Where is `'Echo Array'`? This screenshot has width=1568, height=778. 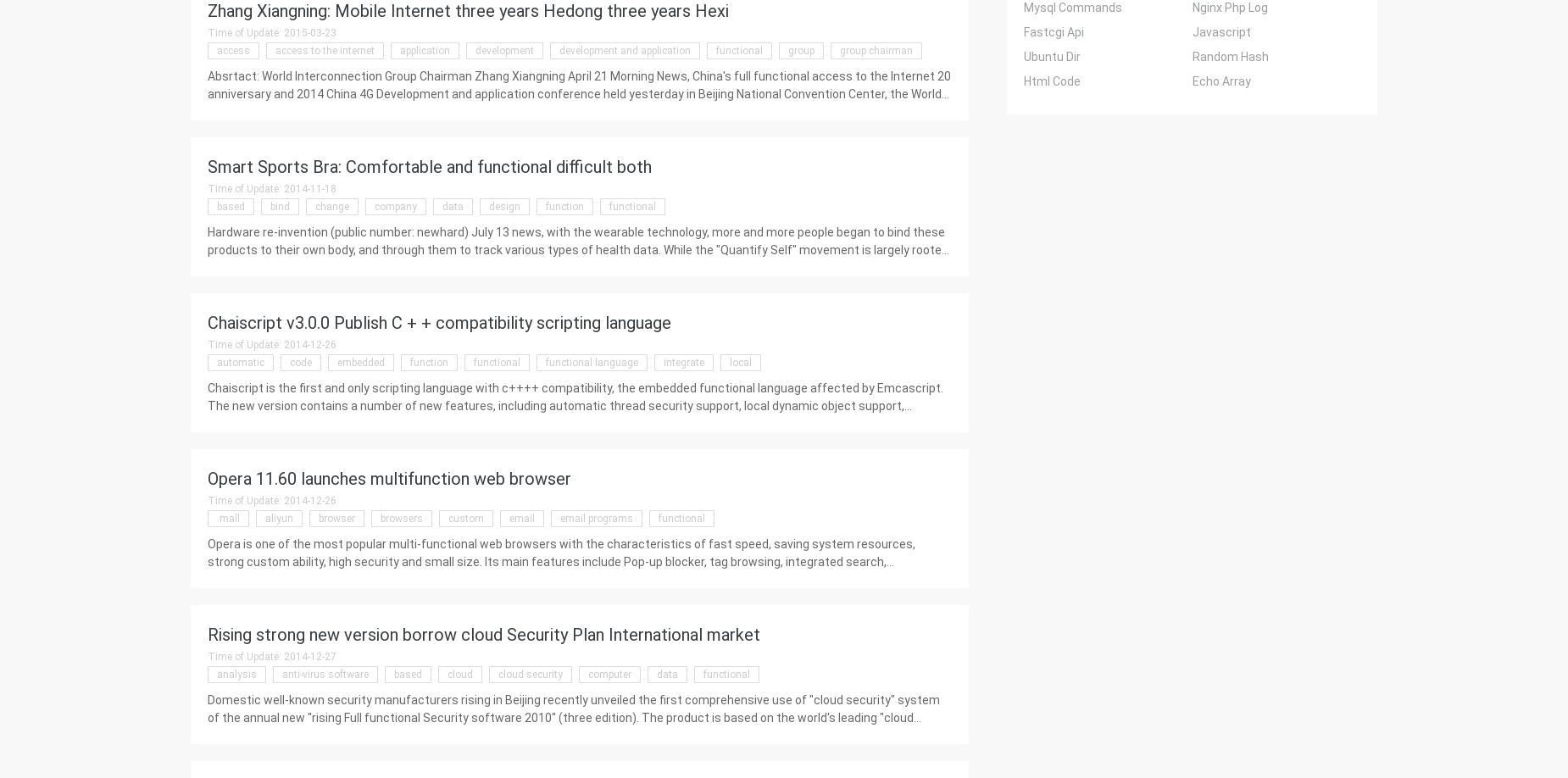 'Echo Array' is located at coordinates (1220, 81).